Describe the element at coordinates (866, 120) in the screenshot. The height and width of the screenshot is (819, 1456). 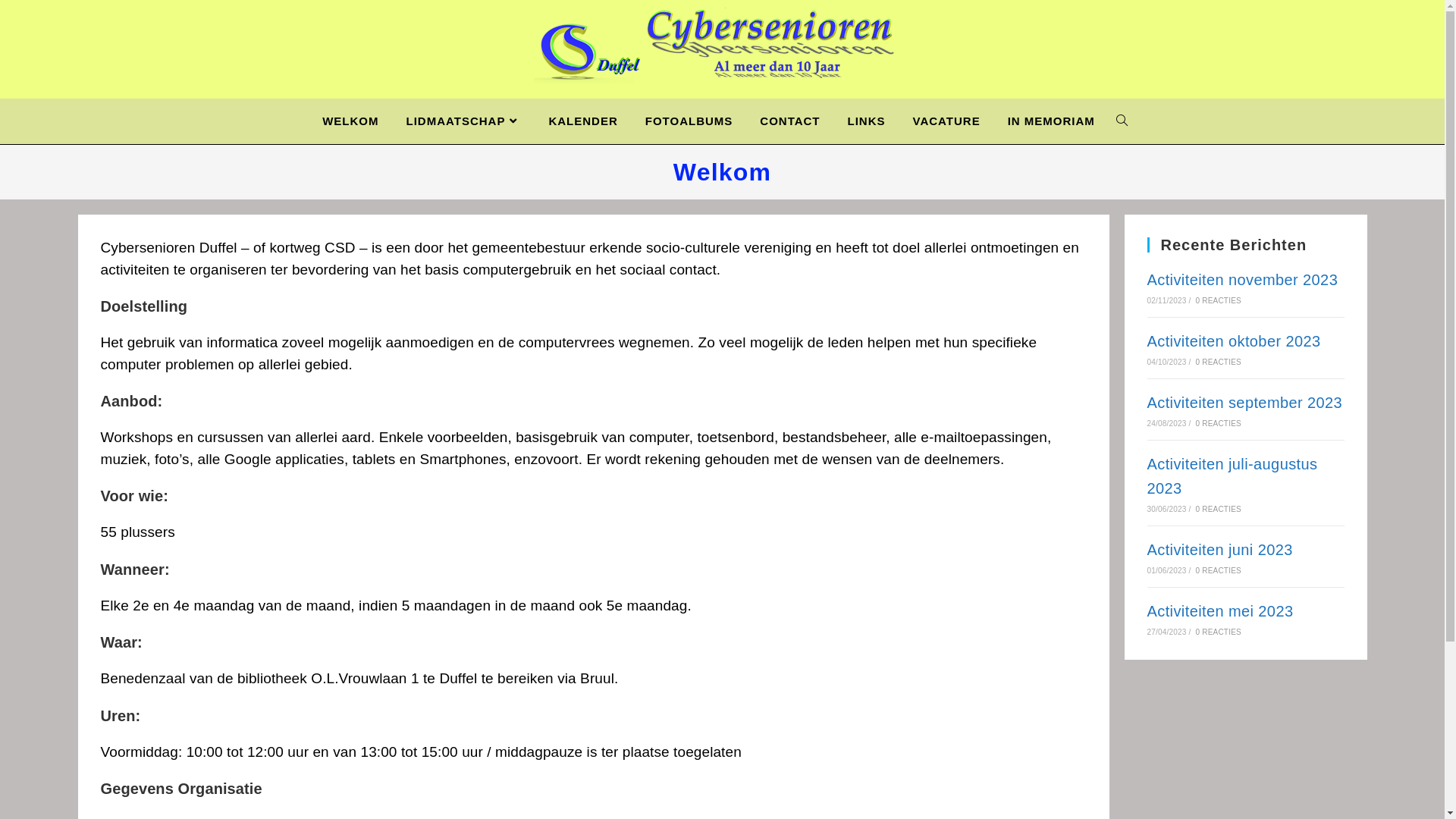
I see `'LINKS'` at that location.